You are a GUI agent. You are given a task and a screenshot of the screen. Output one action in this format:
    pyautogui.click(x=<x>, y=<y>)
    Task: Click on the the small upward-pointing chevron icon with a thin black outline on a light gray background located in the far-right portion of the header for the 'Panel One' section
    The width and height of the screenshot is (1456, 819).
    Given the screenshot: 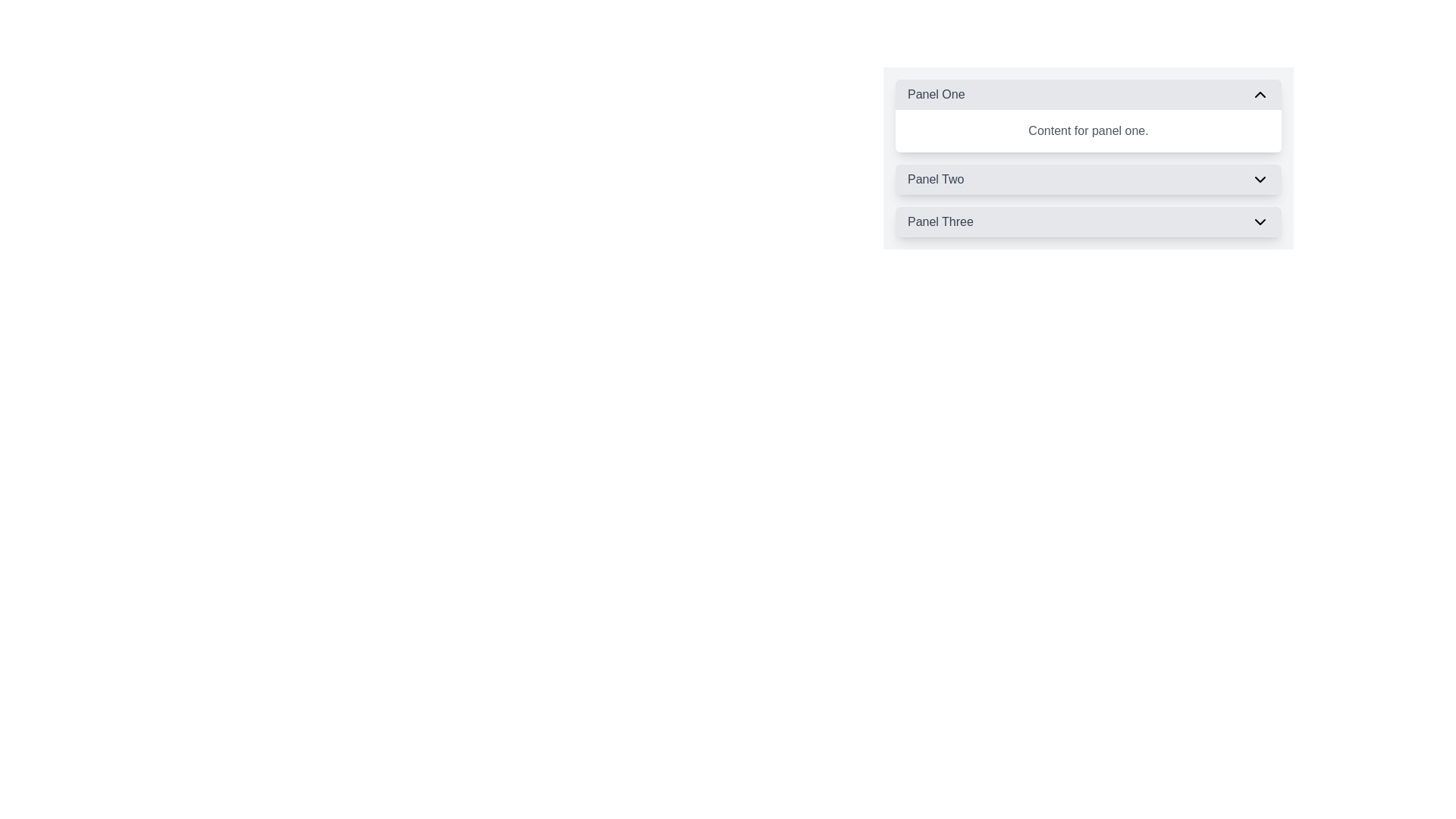 What is the action you would take?
    pyautogui.click(x=1260, y=94)
    